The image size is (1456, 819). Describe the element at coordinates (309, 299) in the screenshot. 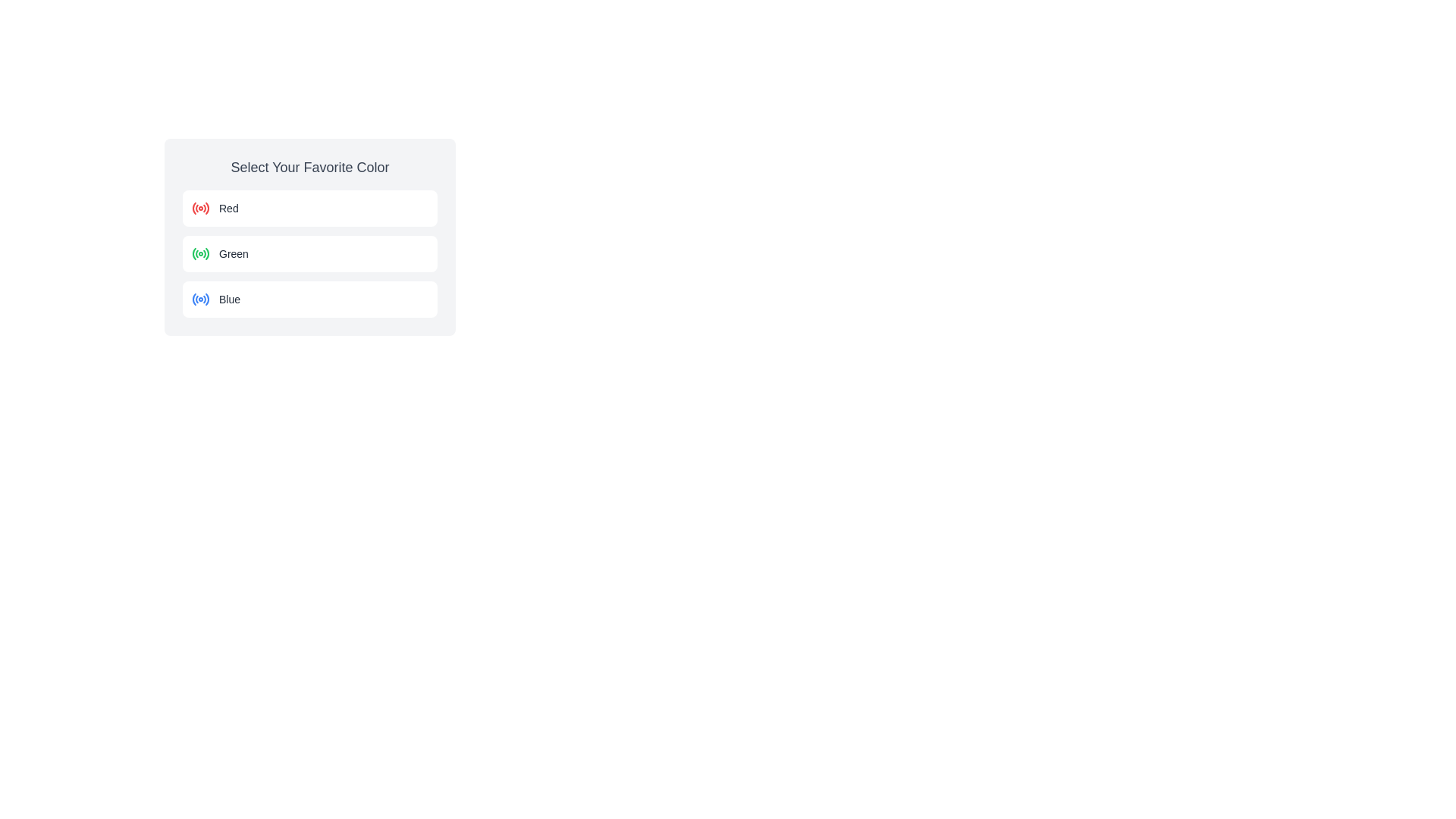

I see `the selectable option labeled 'Blue', which is the third radio option in the list of choices` at that location.